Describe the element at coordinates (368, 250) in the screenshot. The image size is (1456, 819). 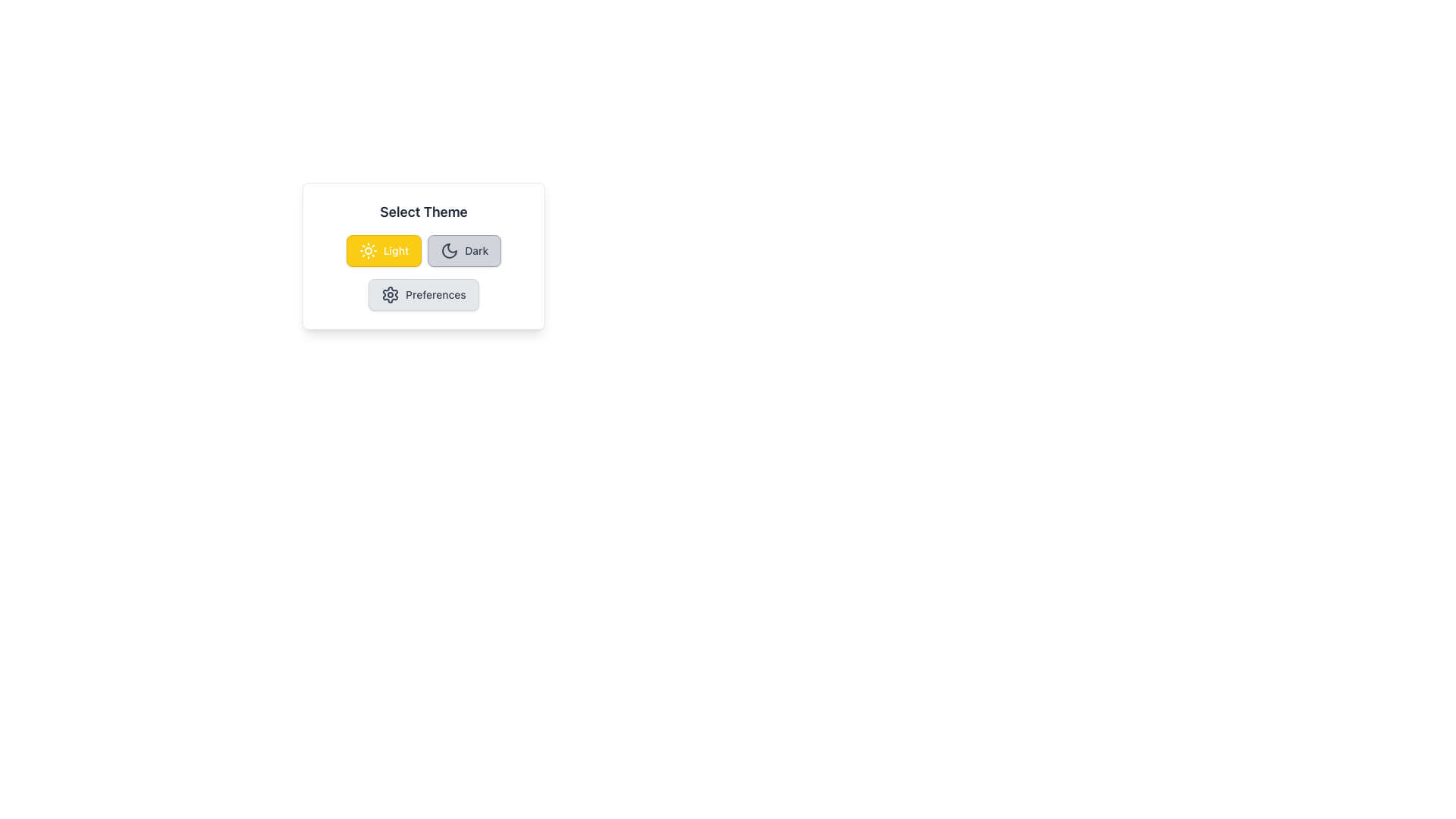
I see `the 'Light' theme icon located within the button labeled 'Light' at the center of the theme selection interface` at that location.